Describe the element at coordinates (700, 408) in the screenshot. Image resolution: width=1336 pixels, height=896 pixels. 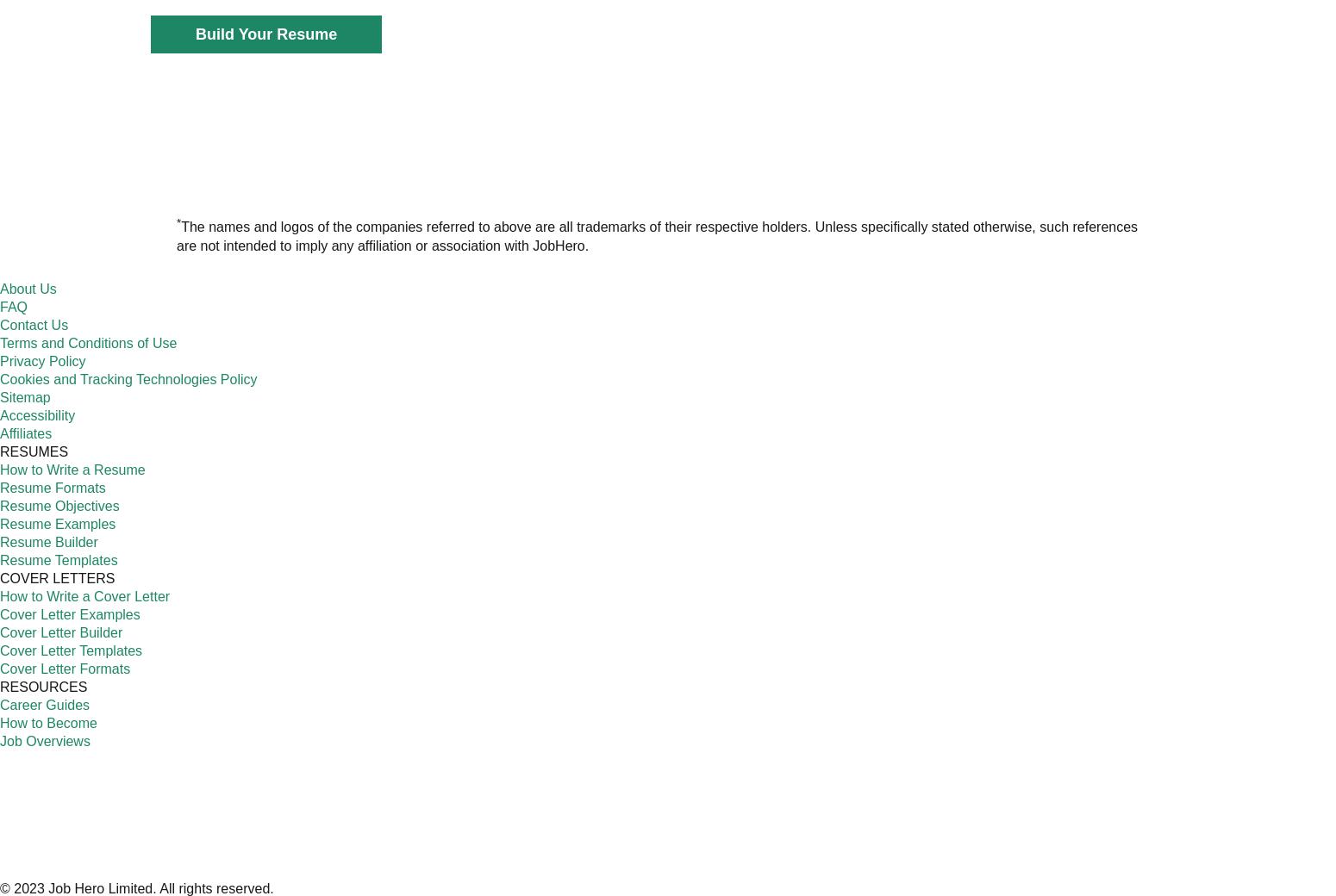
I see `'engineering cover letter samples'` at that location.